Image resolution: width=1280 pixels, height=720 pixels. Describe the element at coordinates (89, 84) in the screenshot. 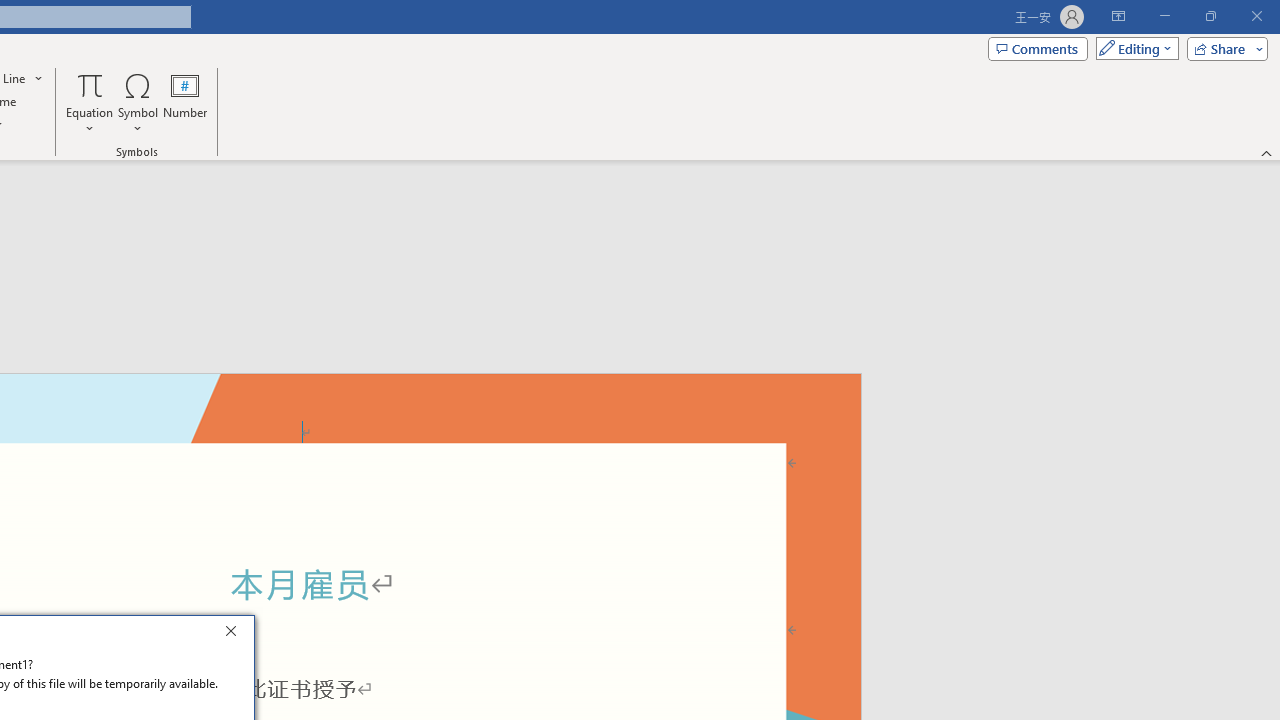

I see `'Equation'` at that location.